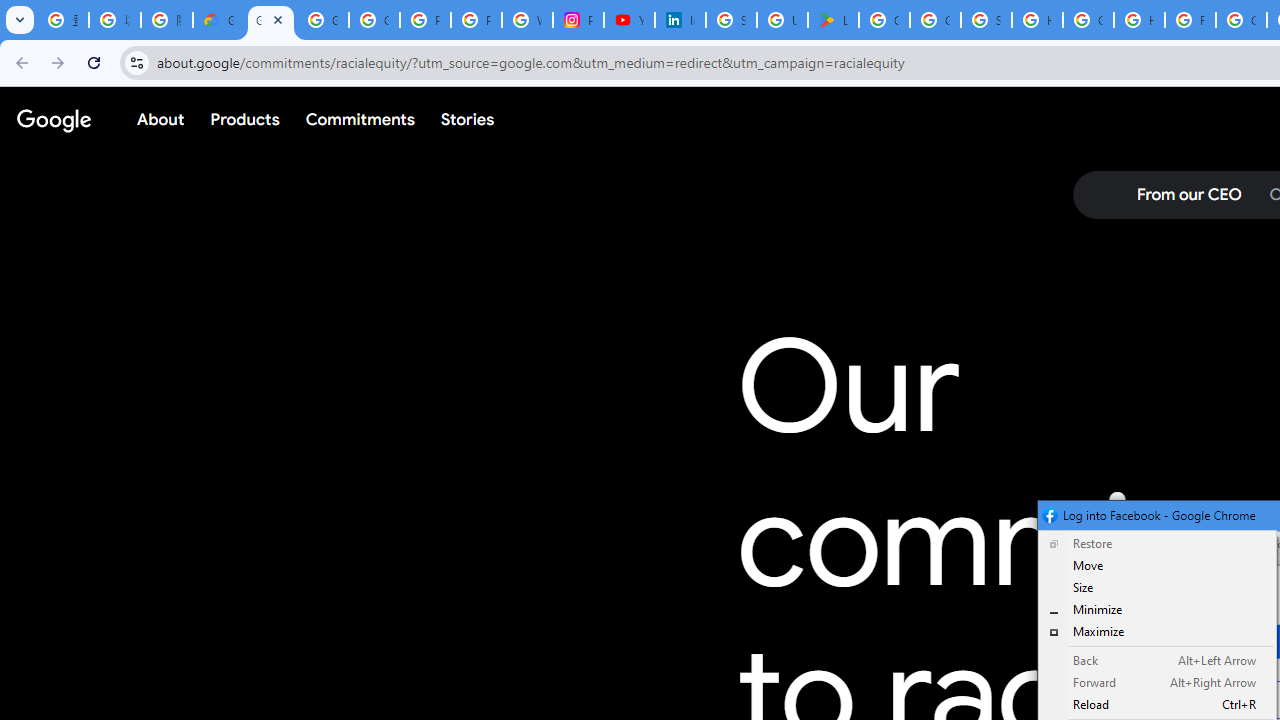 The image size is (1280, 720). What do you see at coordinates (1157, 703) in the screenshot?
I see `'Reload	Ctrl+R'` at bounding box center [1157, 703].